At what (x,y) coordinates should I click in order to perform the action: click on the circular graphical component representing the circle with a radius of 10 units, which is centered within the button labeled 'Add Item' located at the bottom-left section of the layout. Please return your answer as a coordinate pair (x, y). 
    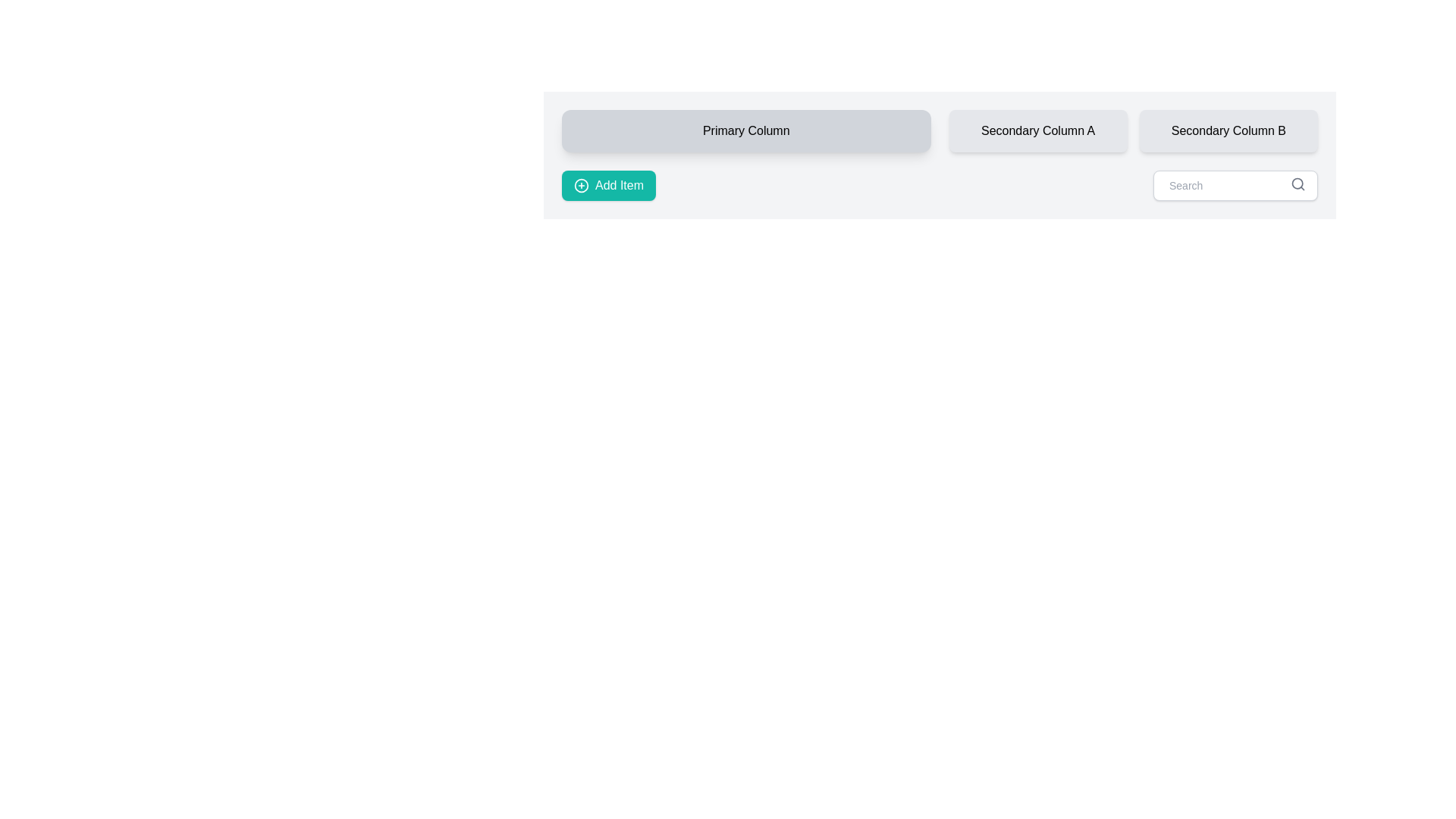
    Looking at the image, I should click on (581, 185).